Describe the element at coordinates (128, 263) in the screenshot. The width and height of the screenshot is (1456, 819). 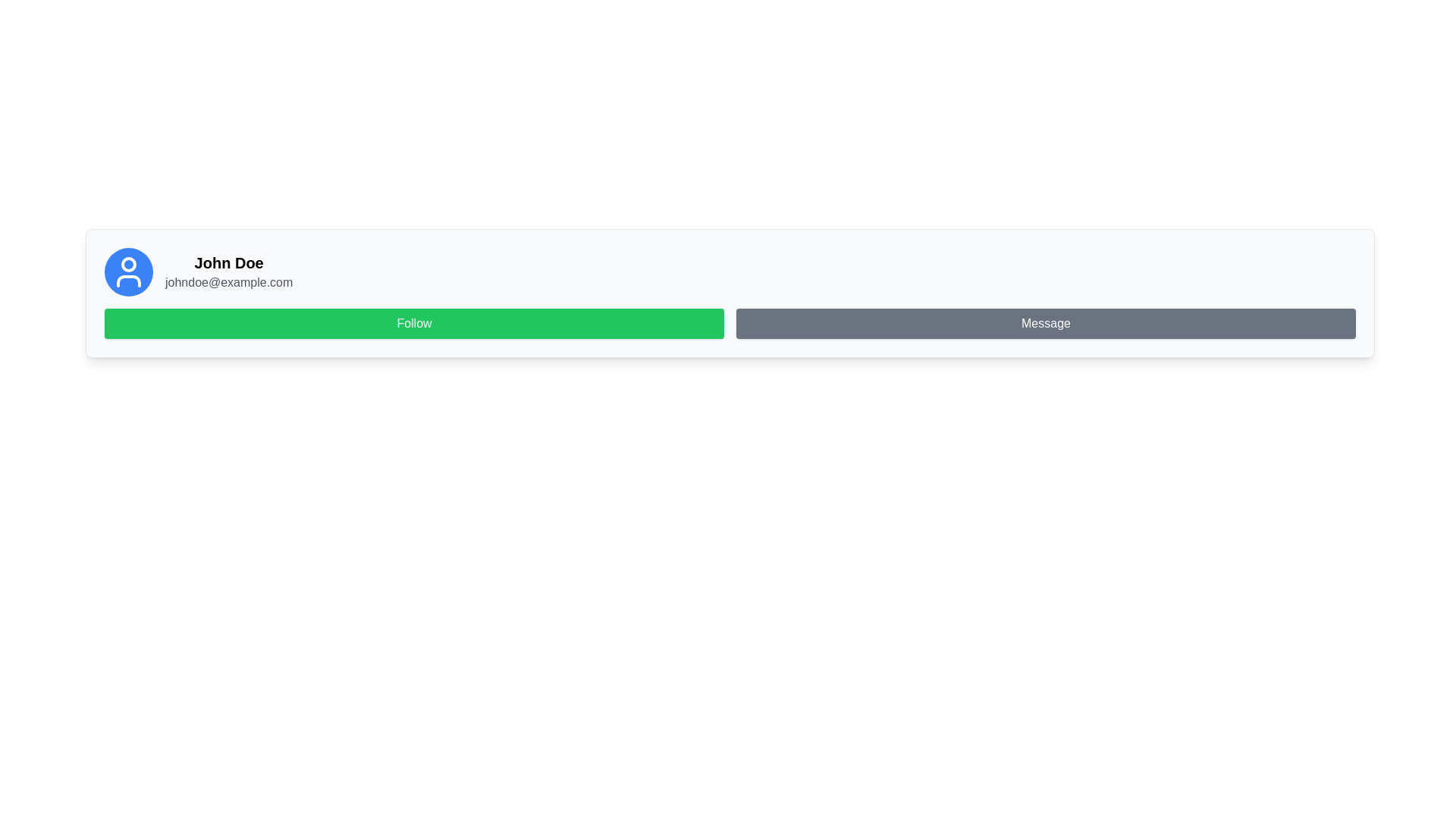
I see `the SVG circle graphic representing the user's head in the profile icon` at that location.